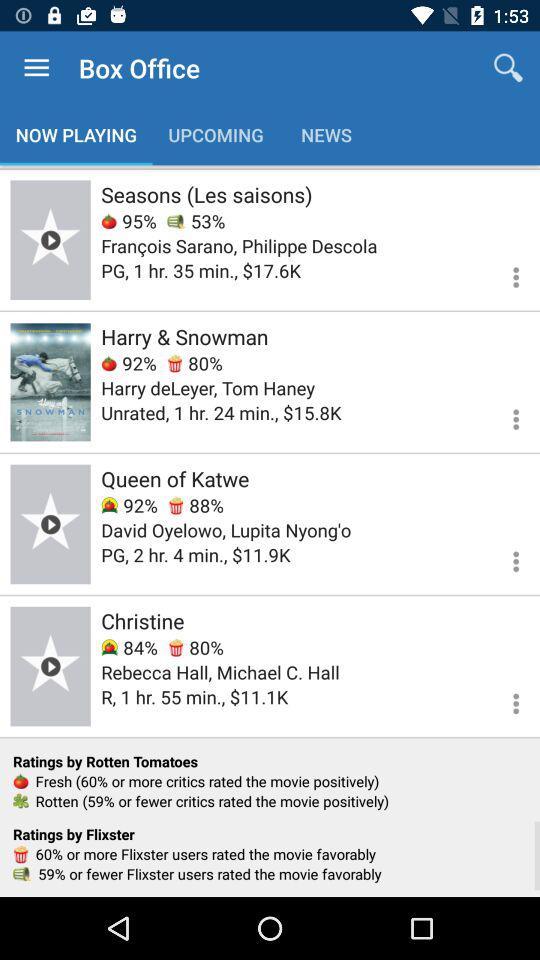  What do you see at coordinates (503, 273) in the screenshot?
I see `find out more info` at bounding box center [503, 273].